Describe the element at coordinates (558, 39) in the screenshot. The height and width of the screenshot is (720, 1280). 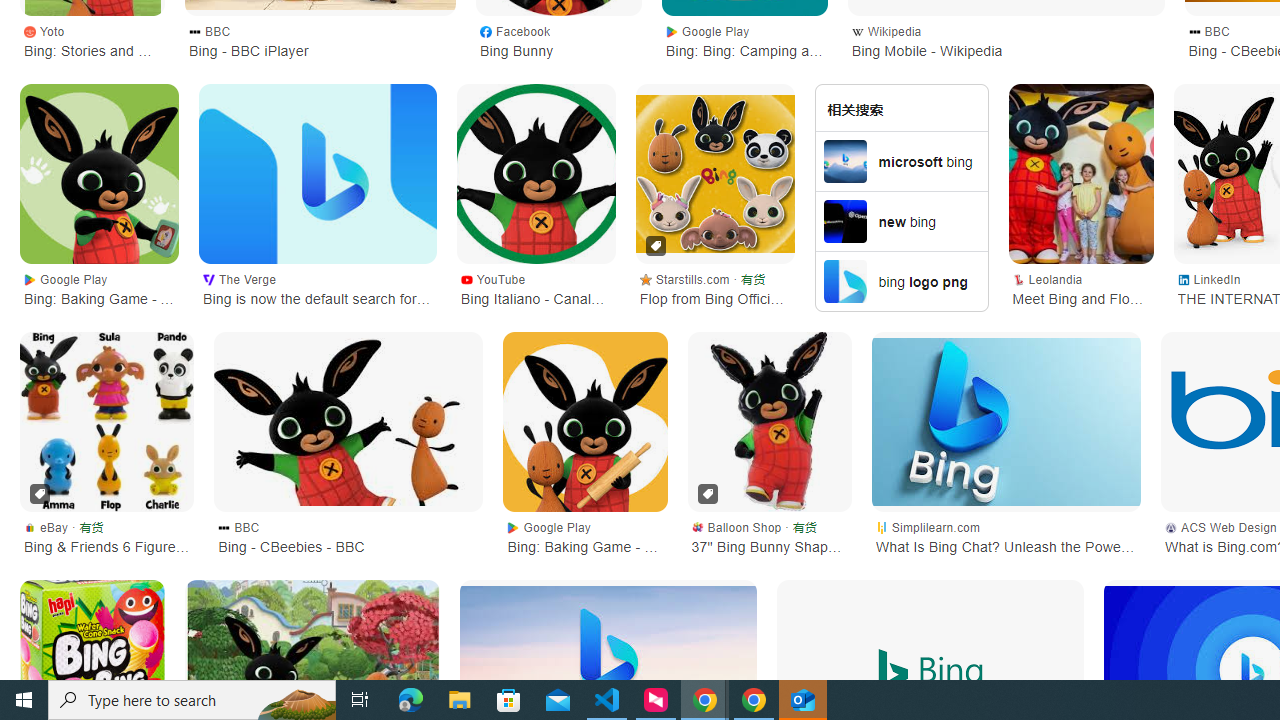
I see `'Facebook Bing Bunny'` at that location.